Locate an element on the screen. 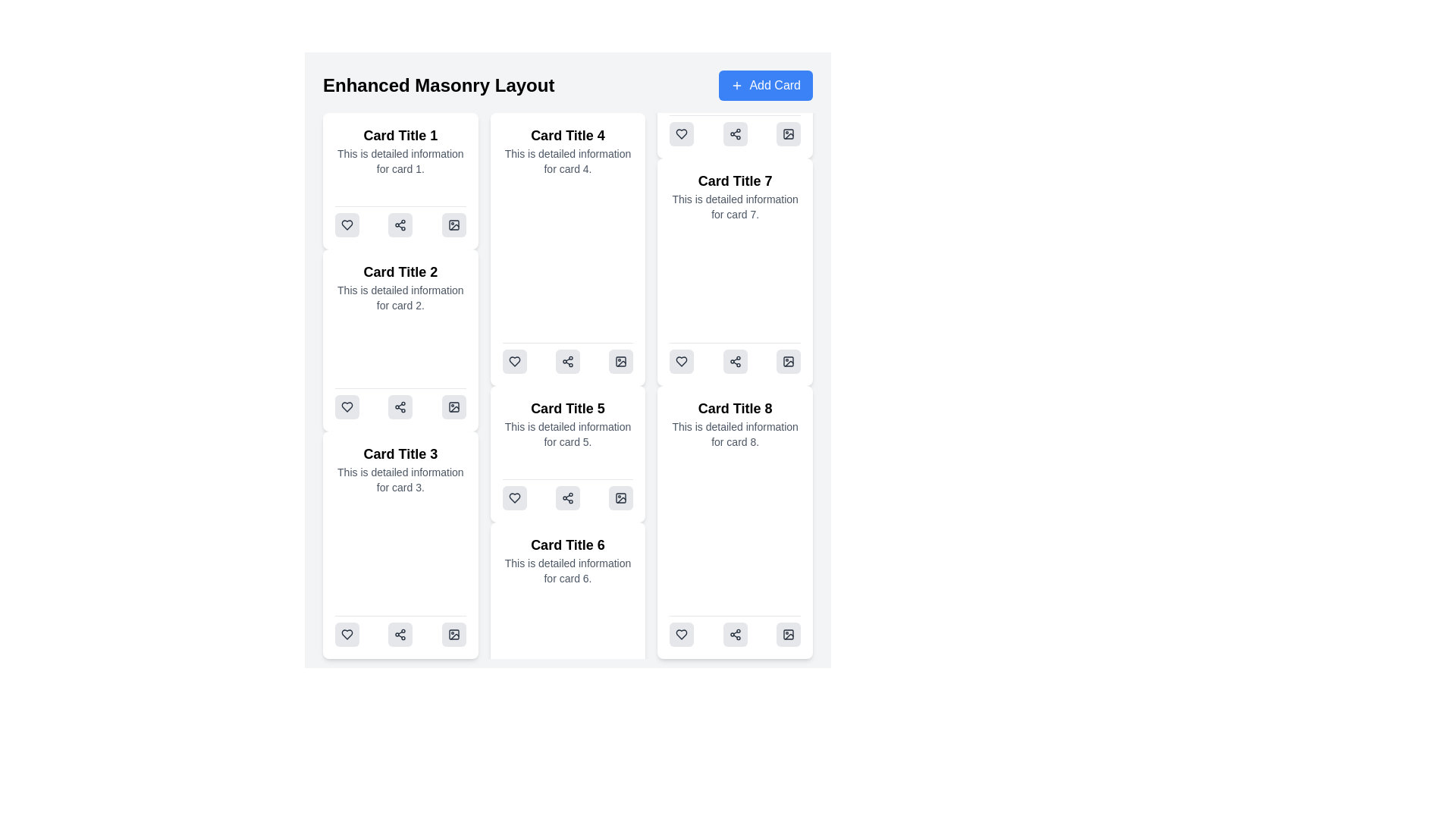 This screenshot has height=819, width=1456. the share button, which features a connection symbol with three circles and two lines, located in the third column, eighth card, at the center of the action buttons row is located at coordinates (735, 635).